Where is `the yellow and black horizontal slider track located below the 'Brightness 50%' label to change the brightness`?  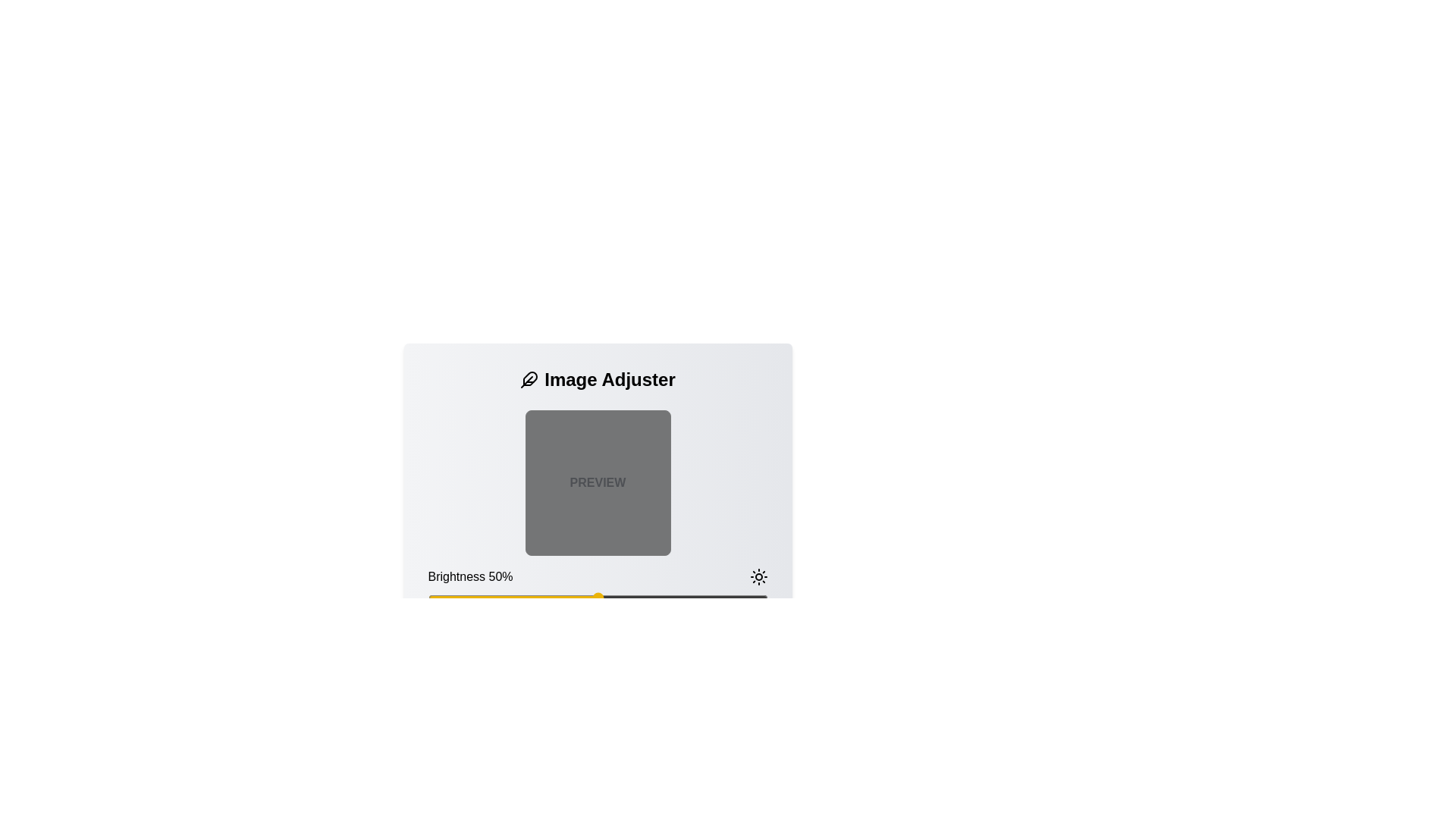
the yellow and black horizontal slider track located below the 'Brightness 50%' label to change the brightness is located at coordinates (597, 598).